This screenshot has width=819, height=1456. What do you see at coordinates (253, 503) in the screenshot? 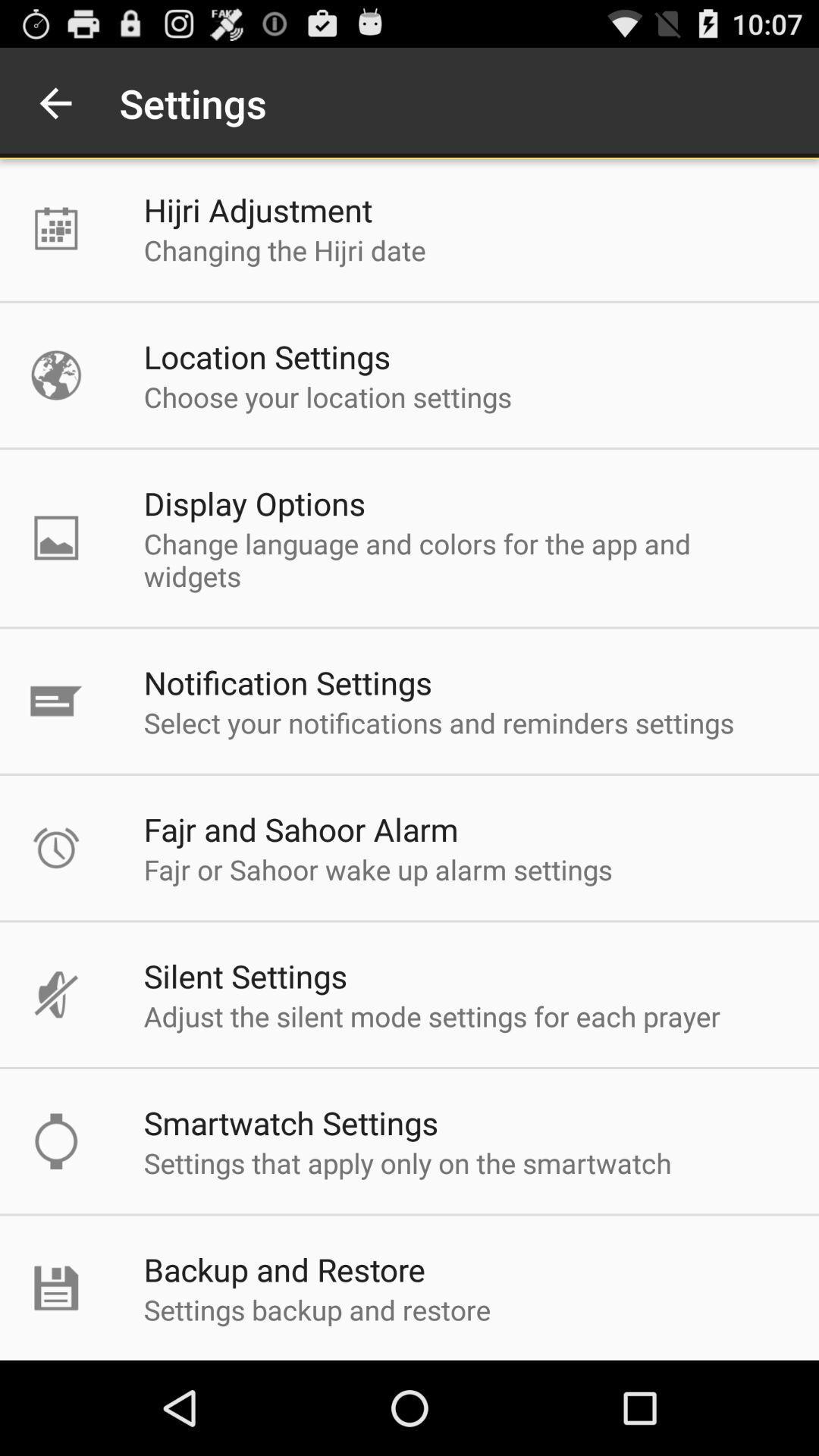
I see `icon below the choose your location icon` at bounding box center [253, 503].